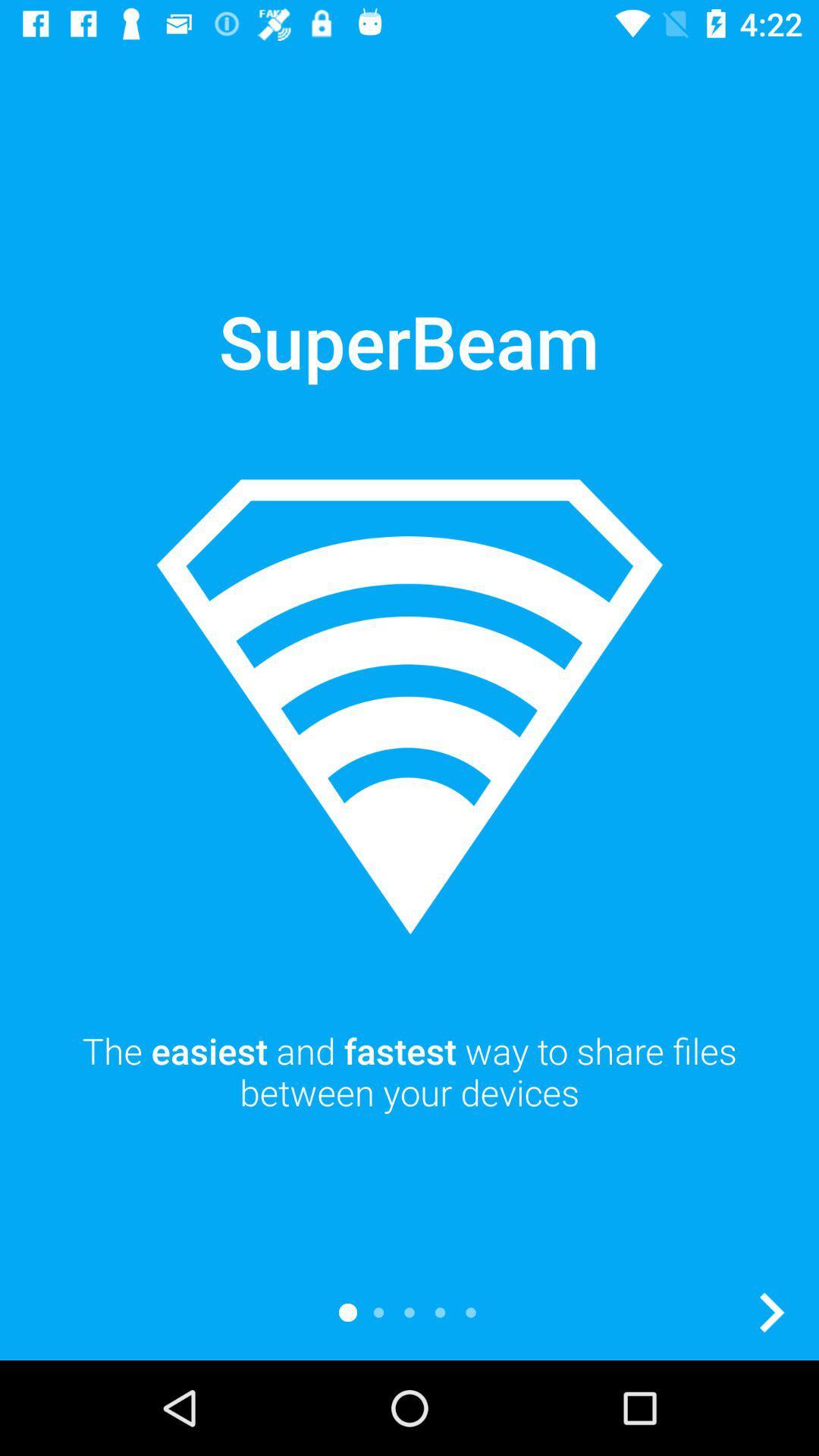 The width and height of the screenshot is (819, 1456). Describe the element at coordinates (771, 1312) in the screenshot. I see `next` at that location.